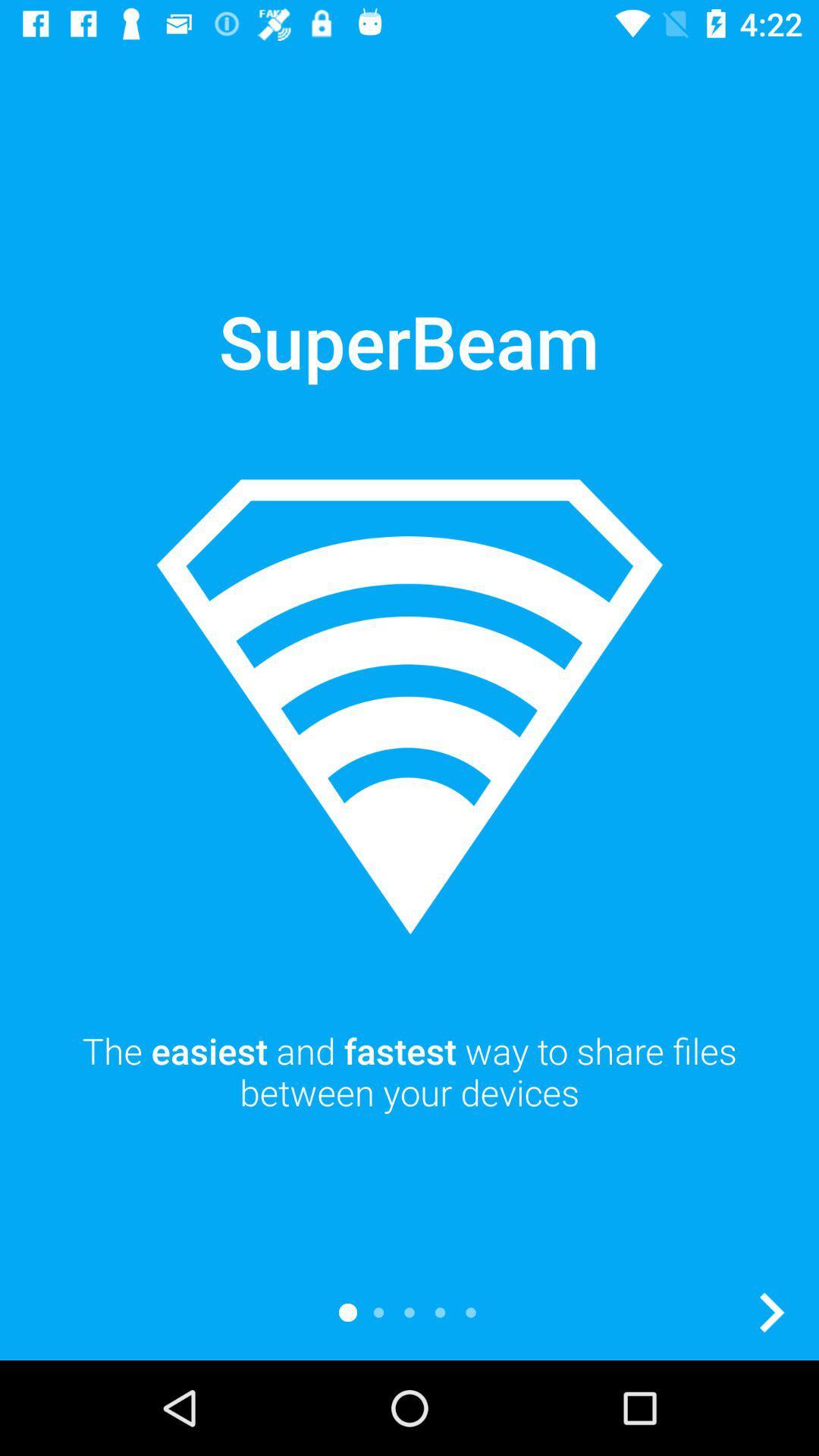 The width and height of the screenshot is (819, 1456). Describe the element at coordinates (771, 1312) in the screenshot. I see `next` at that location.